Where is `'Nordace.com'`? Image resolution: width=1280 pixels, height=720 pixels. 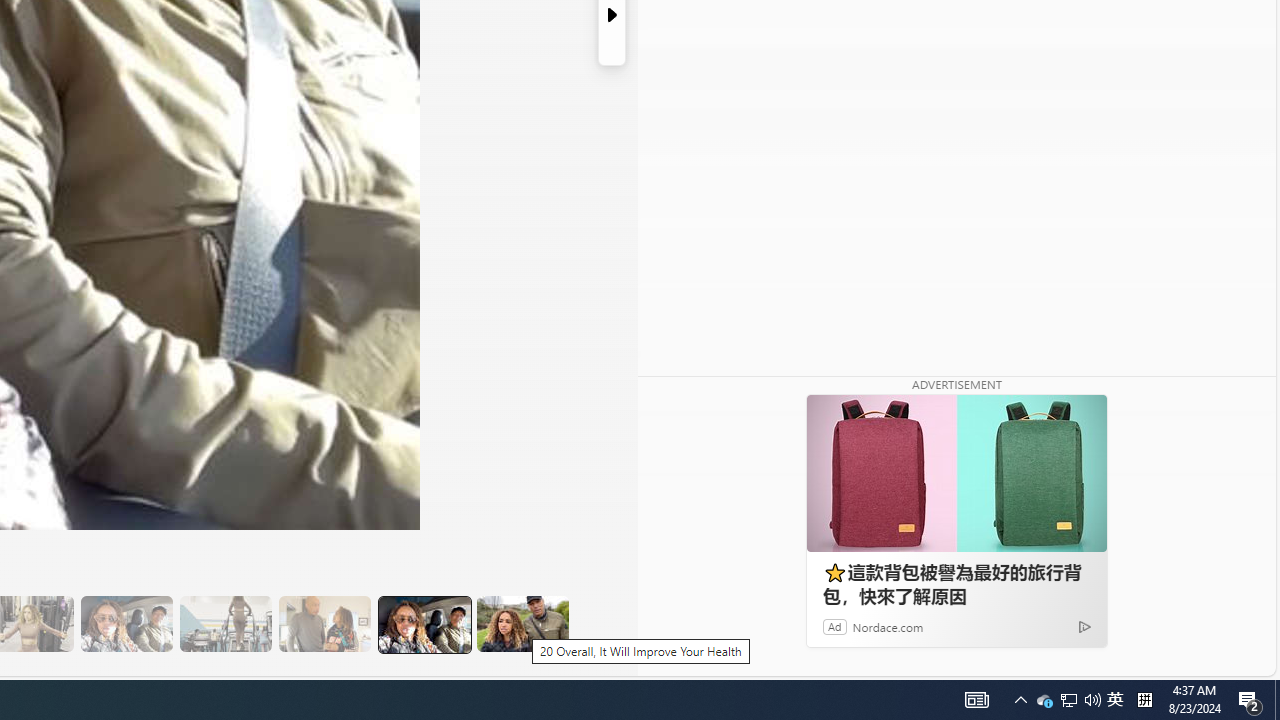
'Nordace.com' is located at coordinates (887, 625).